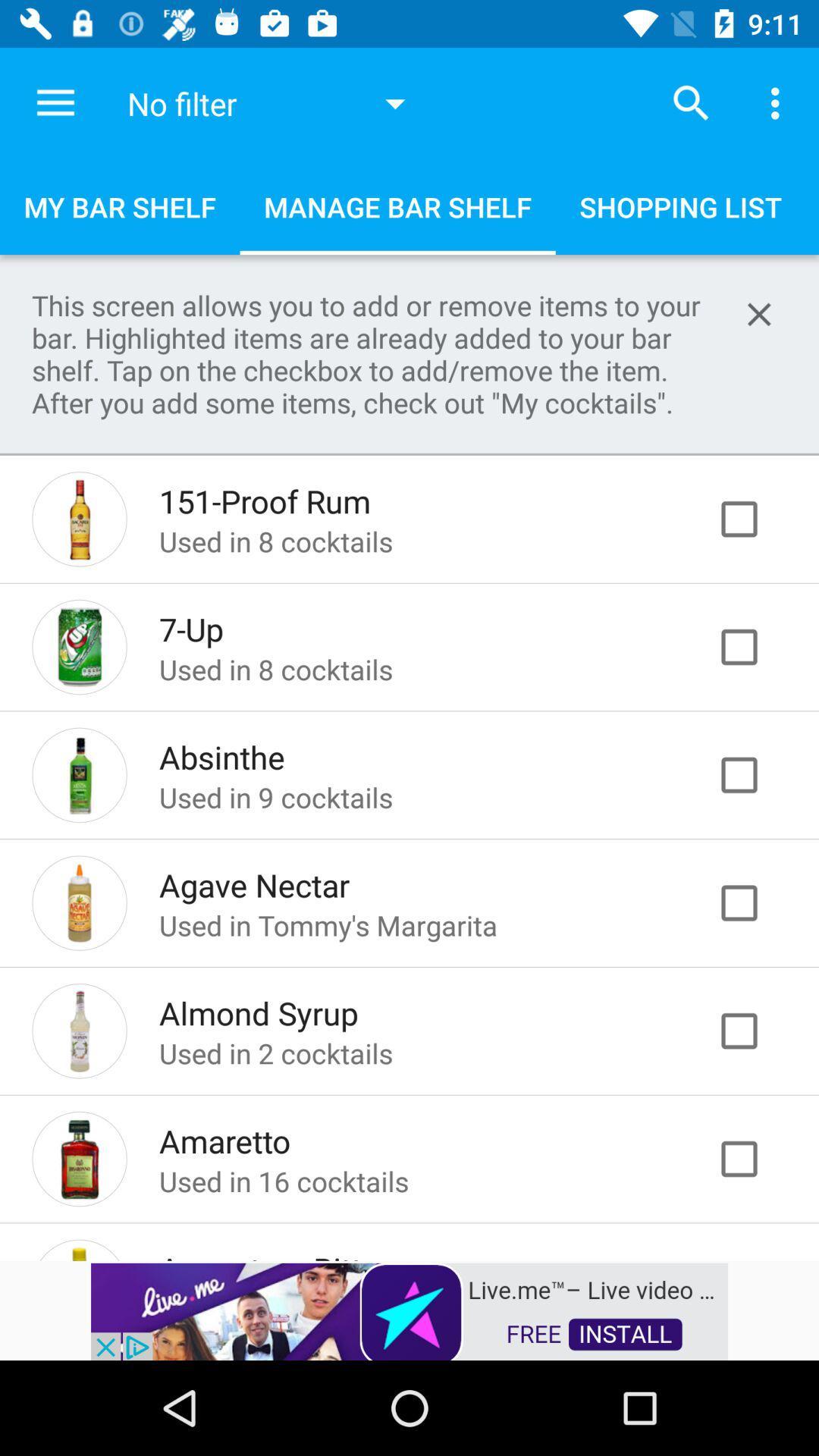 Image resolution: width=819 pixels, height=1456 pixels. I want to click on this item, so click(755, 647).